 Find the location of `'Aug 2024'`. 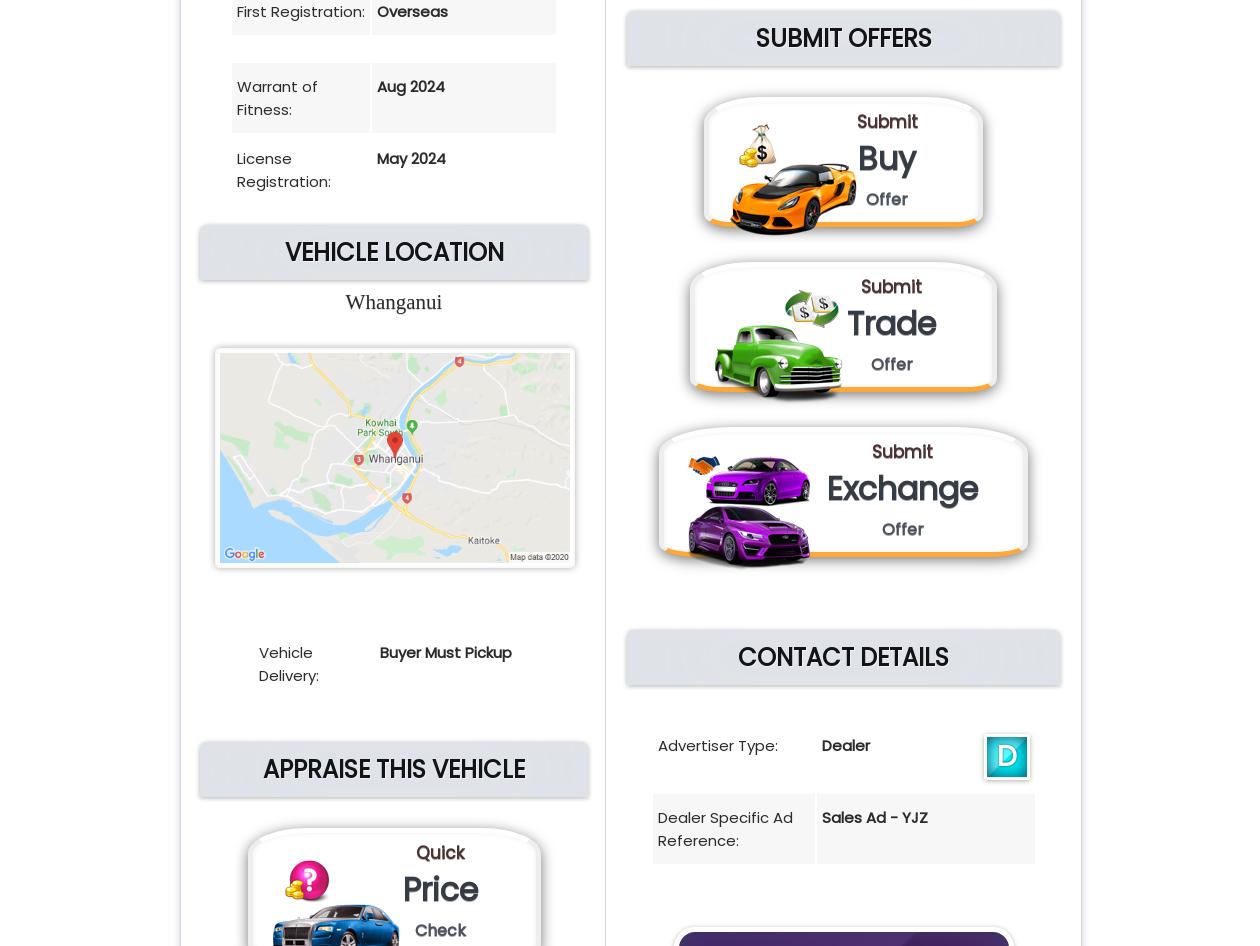

'Aug 2024' is located at coordinates (411, 85).